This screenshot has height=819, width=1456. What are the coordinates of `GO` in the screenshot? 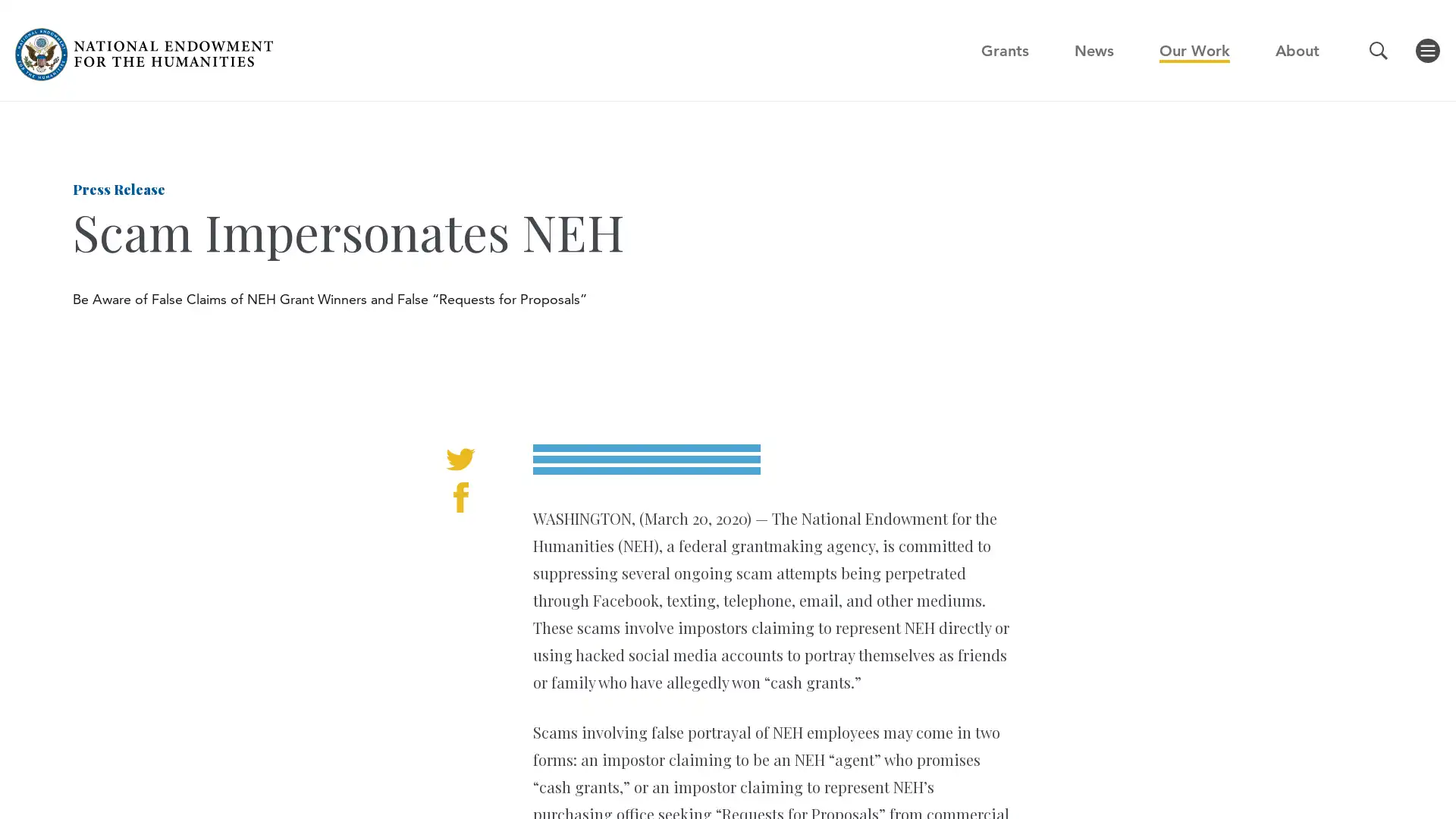 It's located at (998, 68).